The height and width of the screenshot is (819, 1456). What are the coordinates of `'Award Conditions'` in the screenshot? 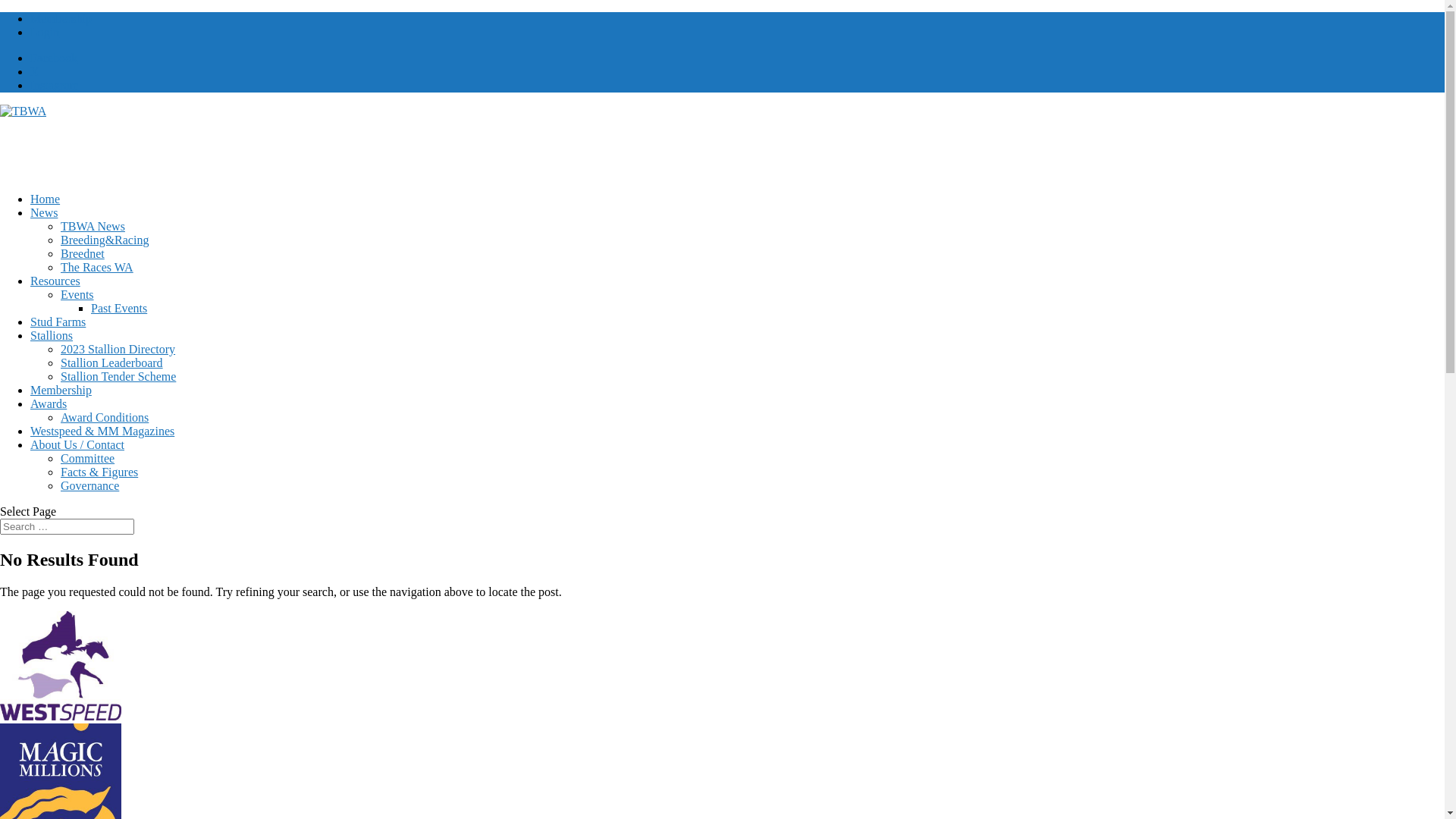 It's located at (104, 417).